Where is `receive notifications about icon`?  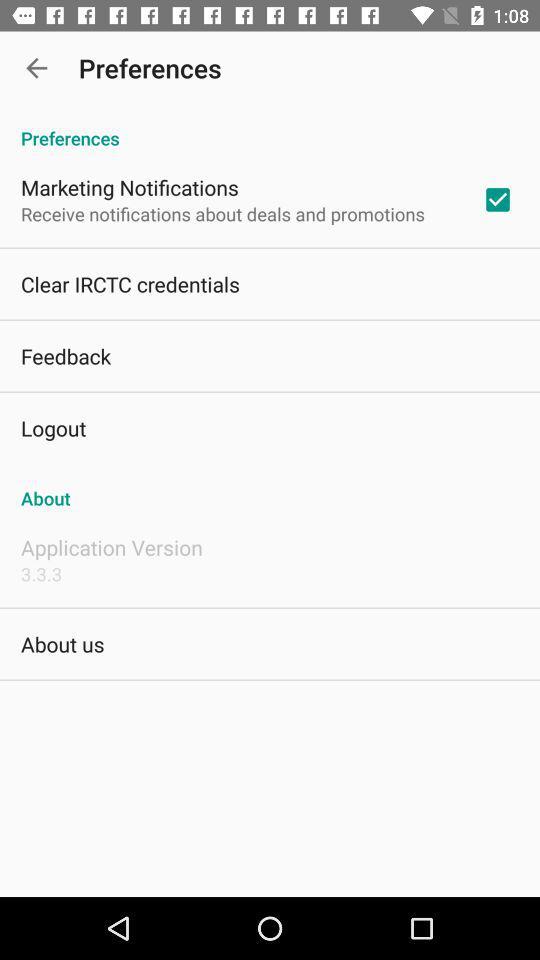
receive notifications about icon is located at coordinates (221, 214).